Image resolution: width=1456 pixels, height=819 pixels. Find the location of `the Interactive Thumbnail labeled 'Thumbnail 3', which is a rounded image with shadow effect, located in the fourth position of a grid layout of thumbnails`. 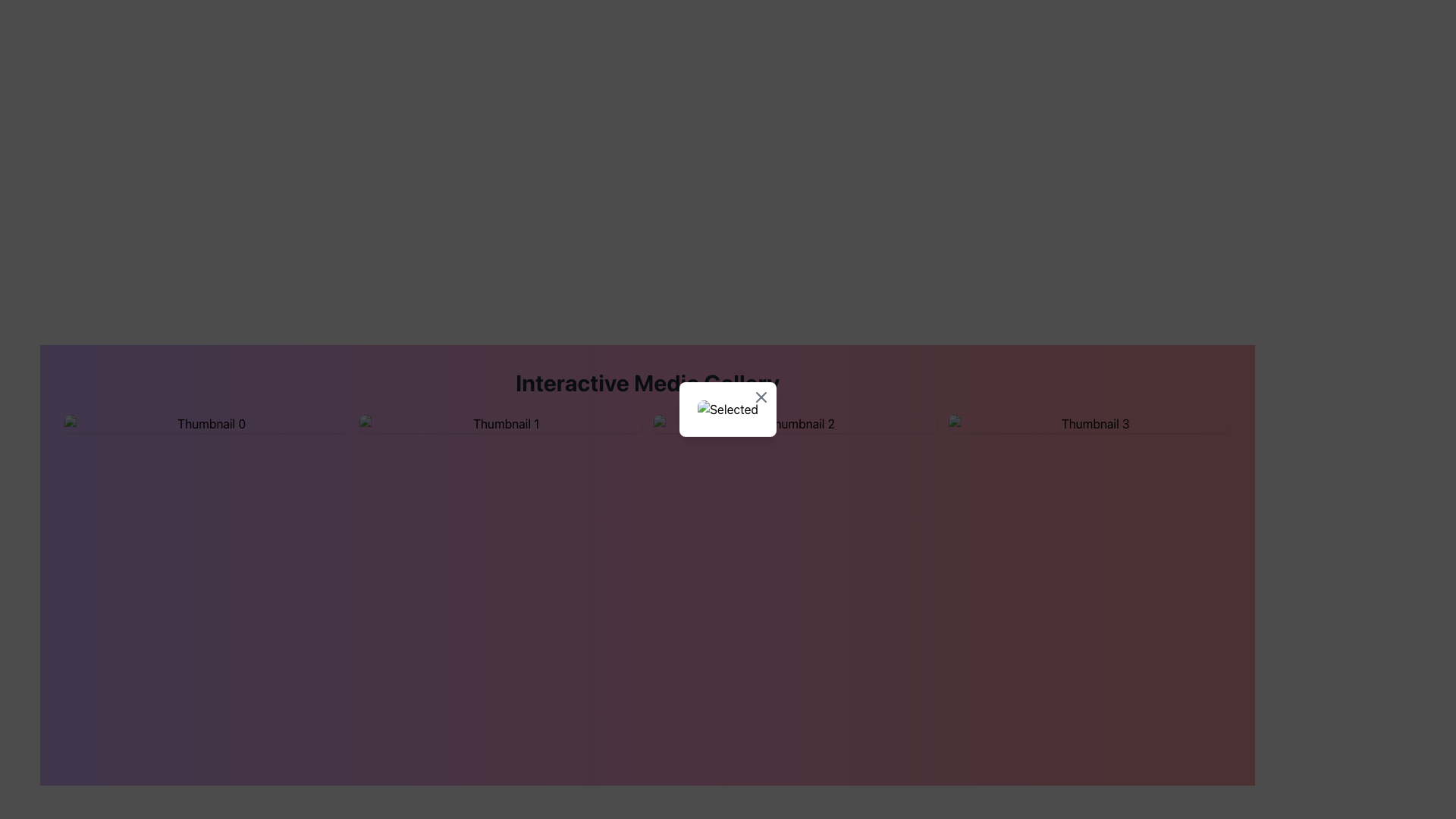

the Interactive Thumbnail labeled 'Thumbnail 3', which is a rounded image with shadow effect, located in the fourth position of a grid layout of thumbnails is located at coordinates (1088, 424).